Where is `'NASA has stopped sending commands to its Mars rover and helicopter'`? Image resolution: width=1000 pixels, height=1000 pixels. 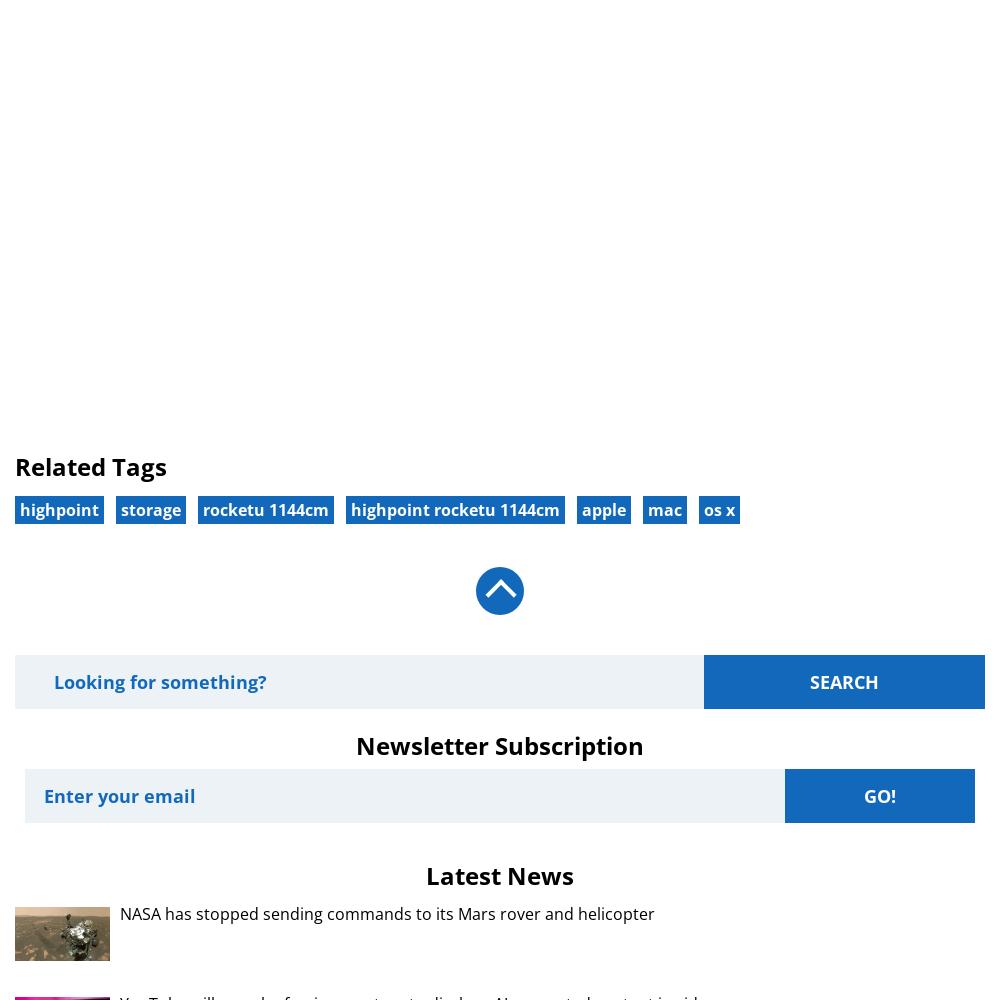
'NASA has stopped sending commands to its Mars rover and helicopter' is located at coordinates (387, 913).